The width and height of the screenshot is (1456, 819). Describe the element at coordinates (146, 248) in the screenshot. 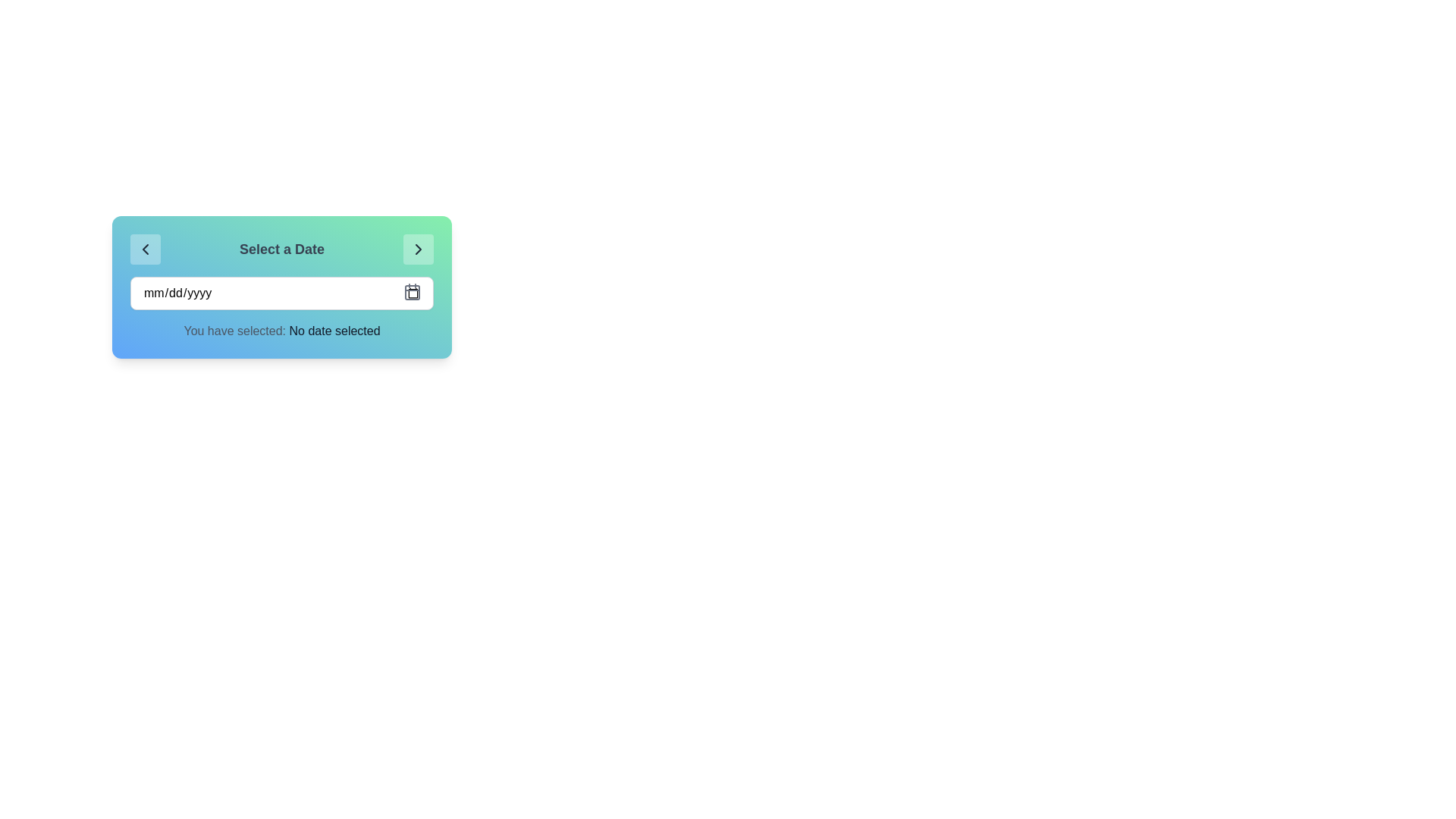

I see `the first button on the left in the 'Select a Date' bar` at that location.